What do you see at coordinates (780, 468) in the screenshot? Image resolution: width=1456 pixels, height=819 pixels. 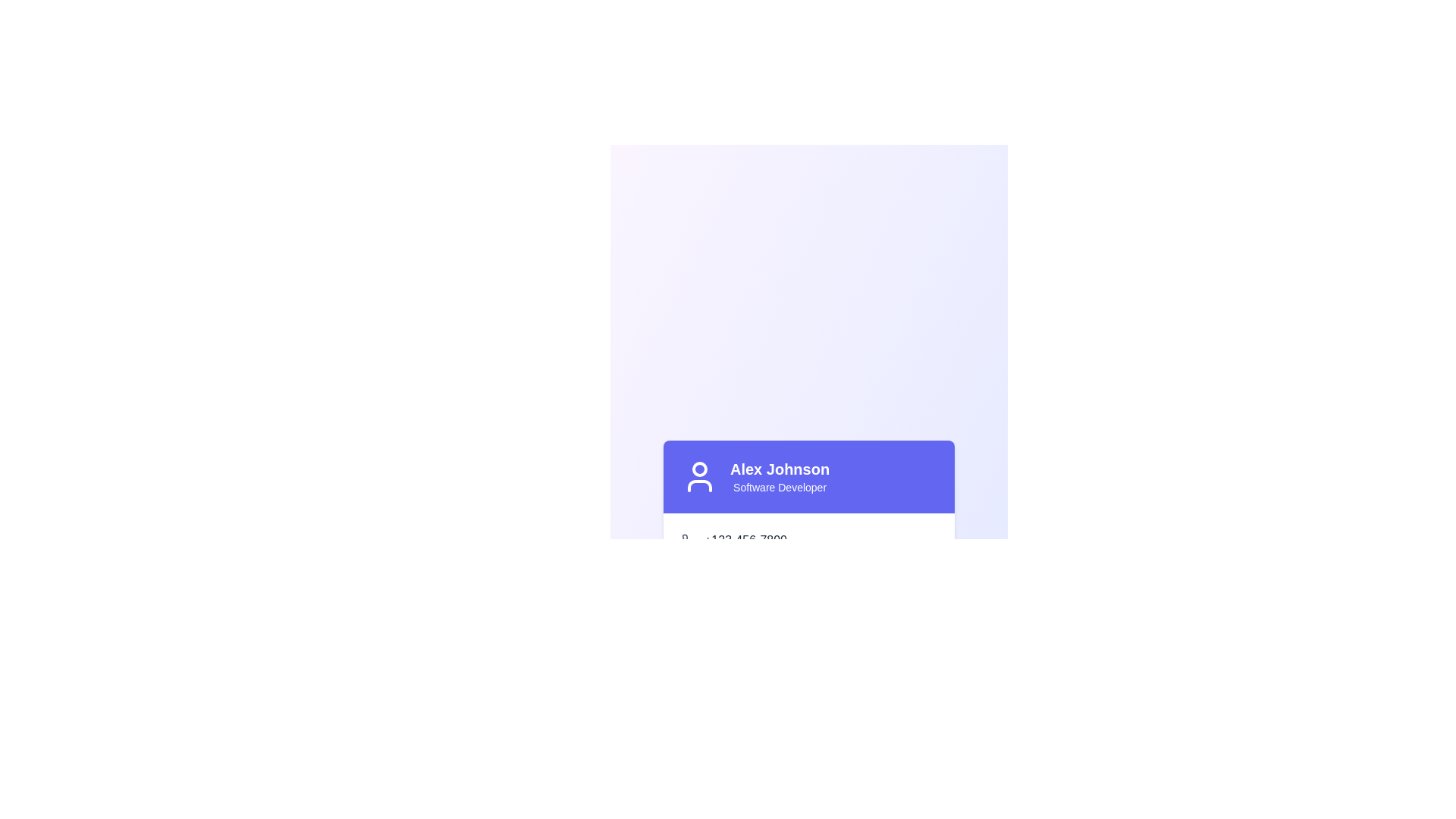 I see `the text label displaying the name 'Alex Johnson' located at the top-center of a blue rectangular card interface` at bounding box center [780, 468].